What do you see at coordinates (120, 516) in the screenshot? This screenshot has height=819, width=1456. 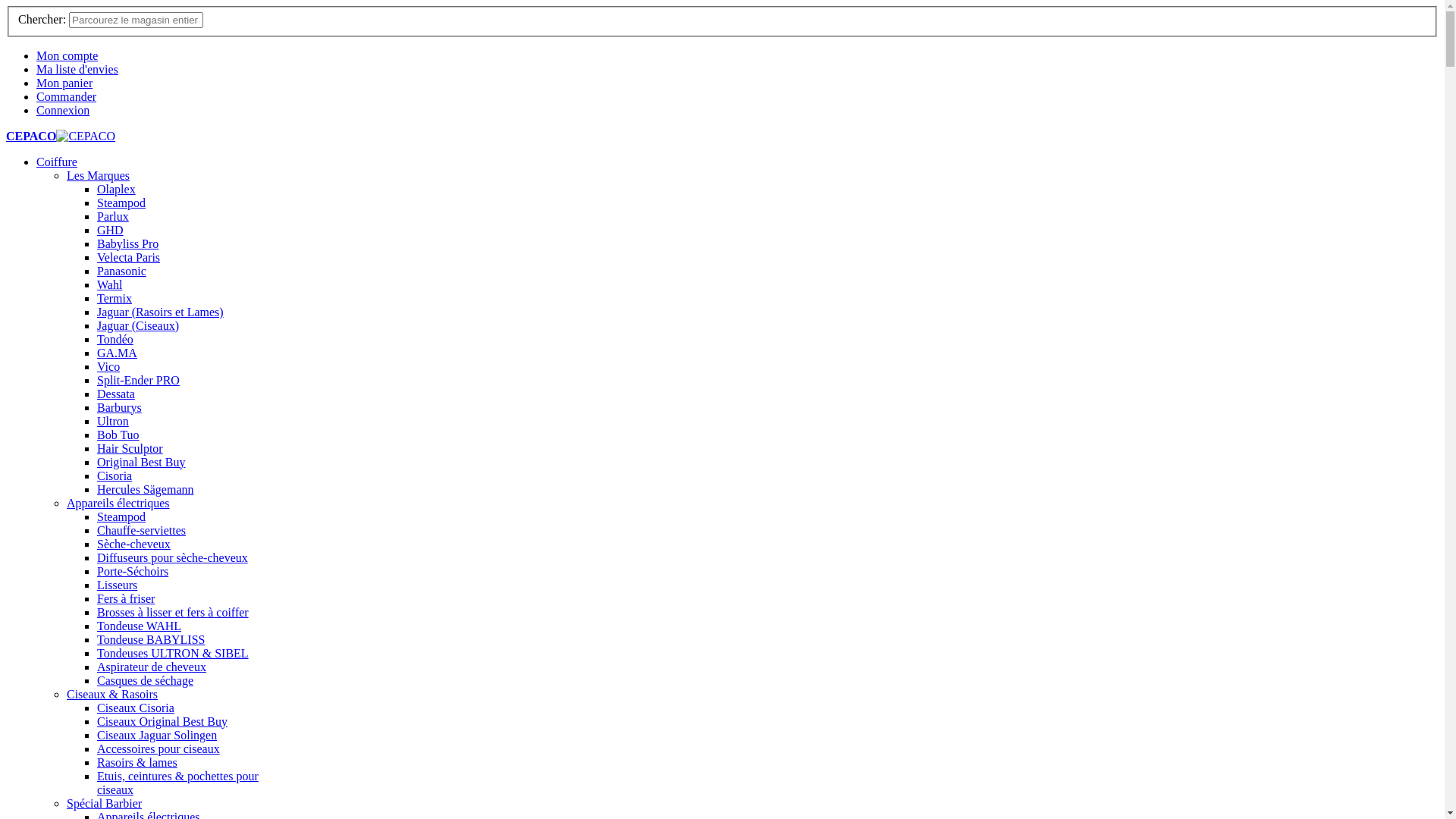 I see `'Steampod'` at bounding box center [120, 516].